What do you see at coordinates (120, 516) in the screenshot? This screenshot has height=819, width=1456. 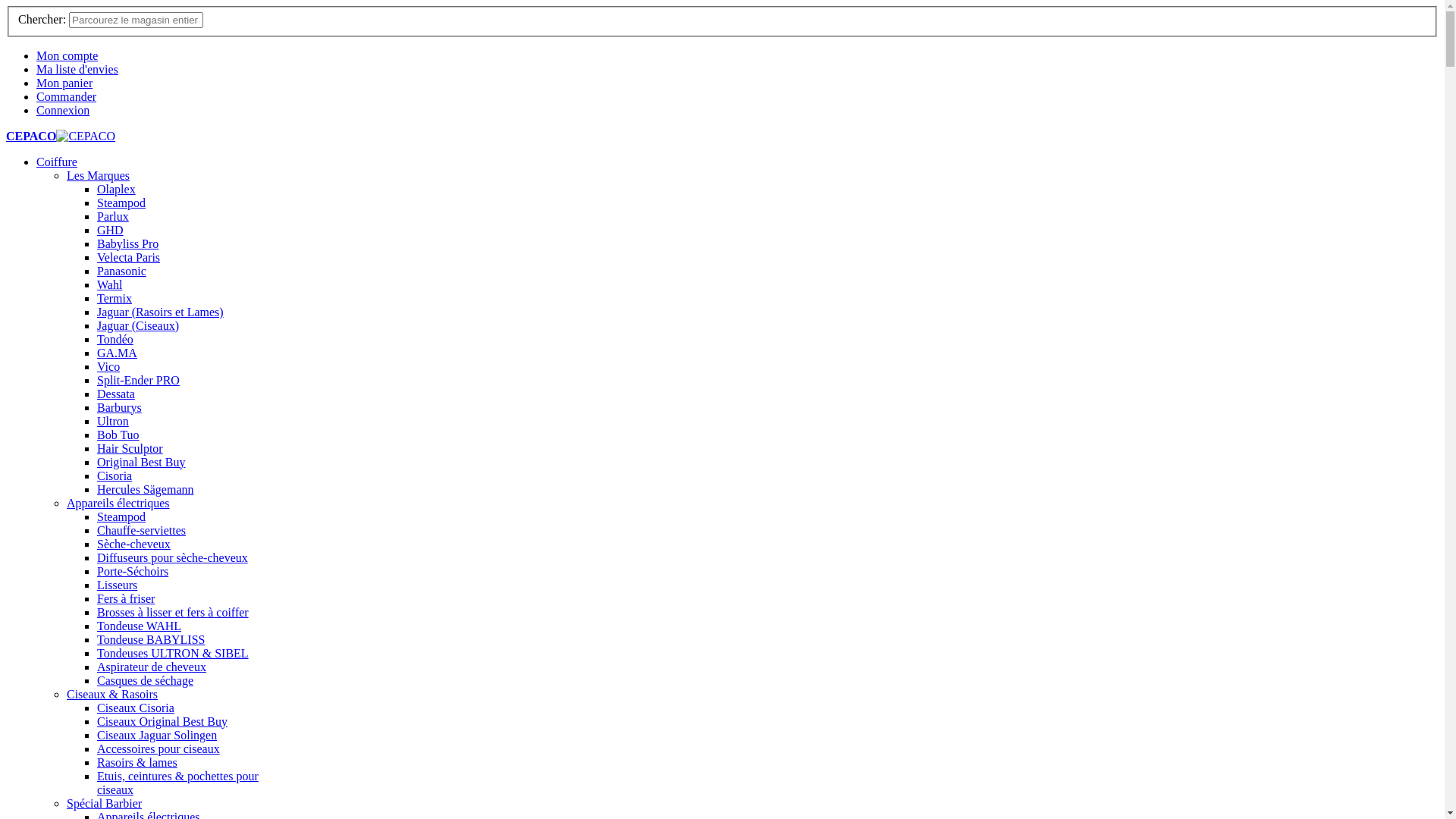 I see `'Steampod'` at bounding box center [120, 516].